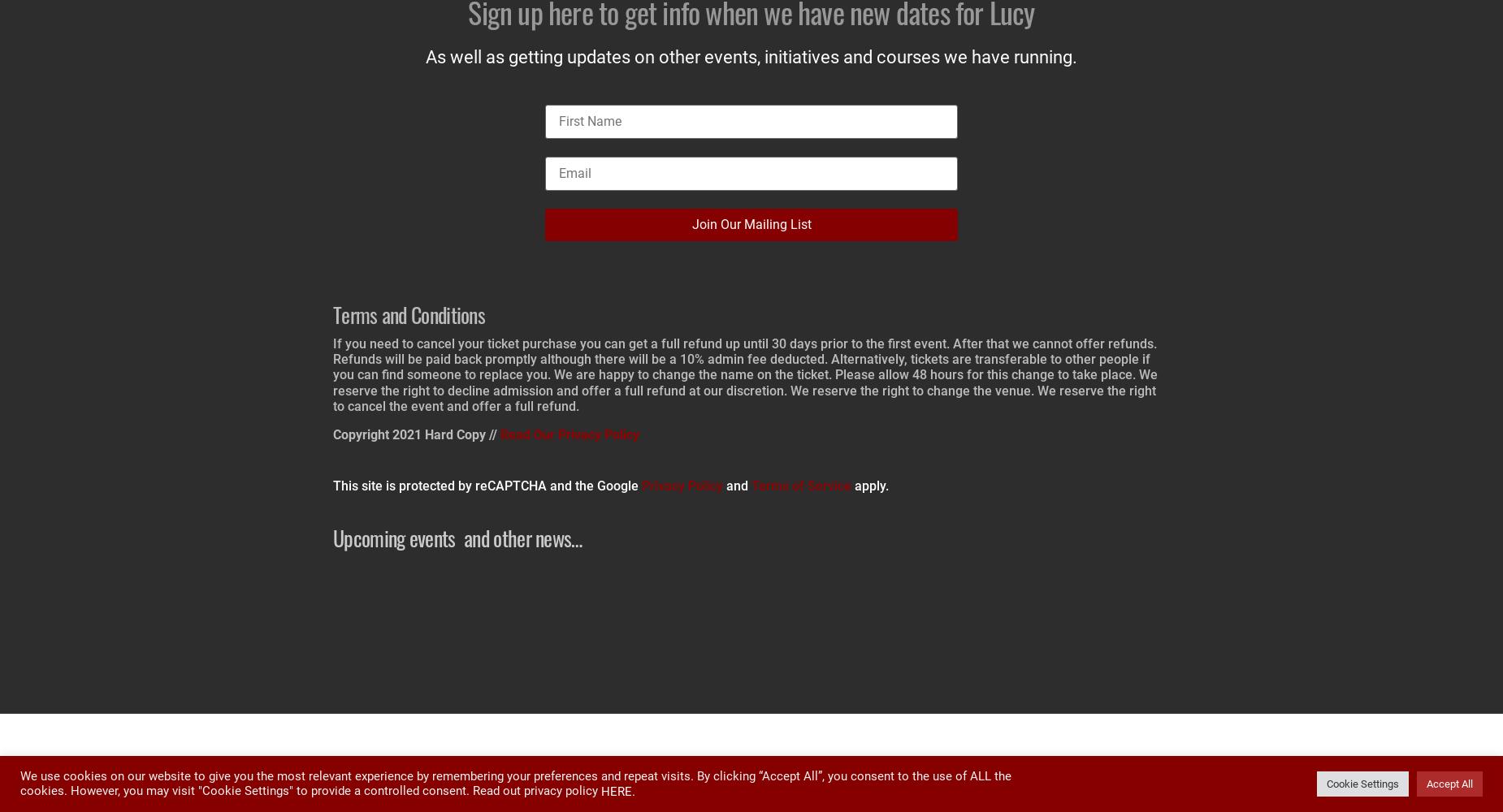  I want to click on 'Privacy Policy', so click(682, 485).